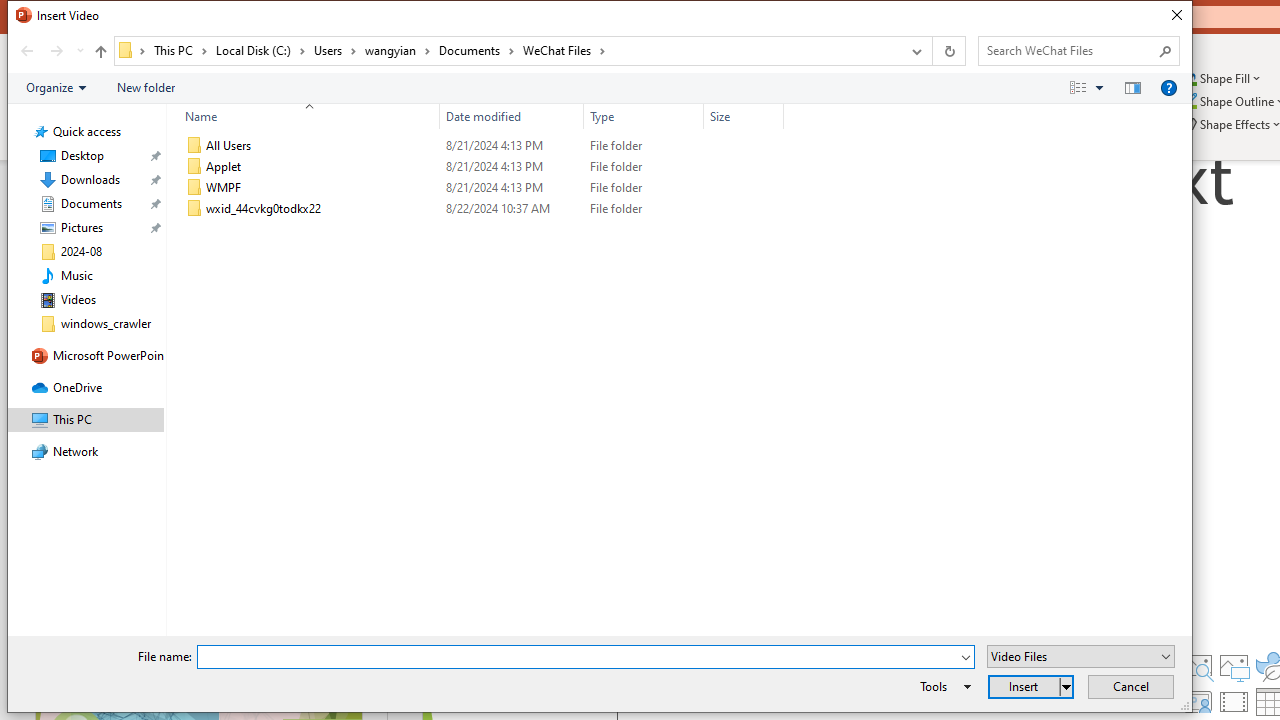  Describe the element at coordinates (56, 86) in the screenshot. I see `'Organize'` at that location.